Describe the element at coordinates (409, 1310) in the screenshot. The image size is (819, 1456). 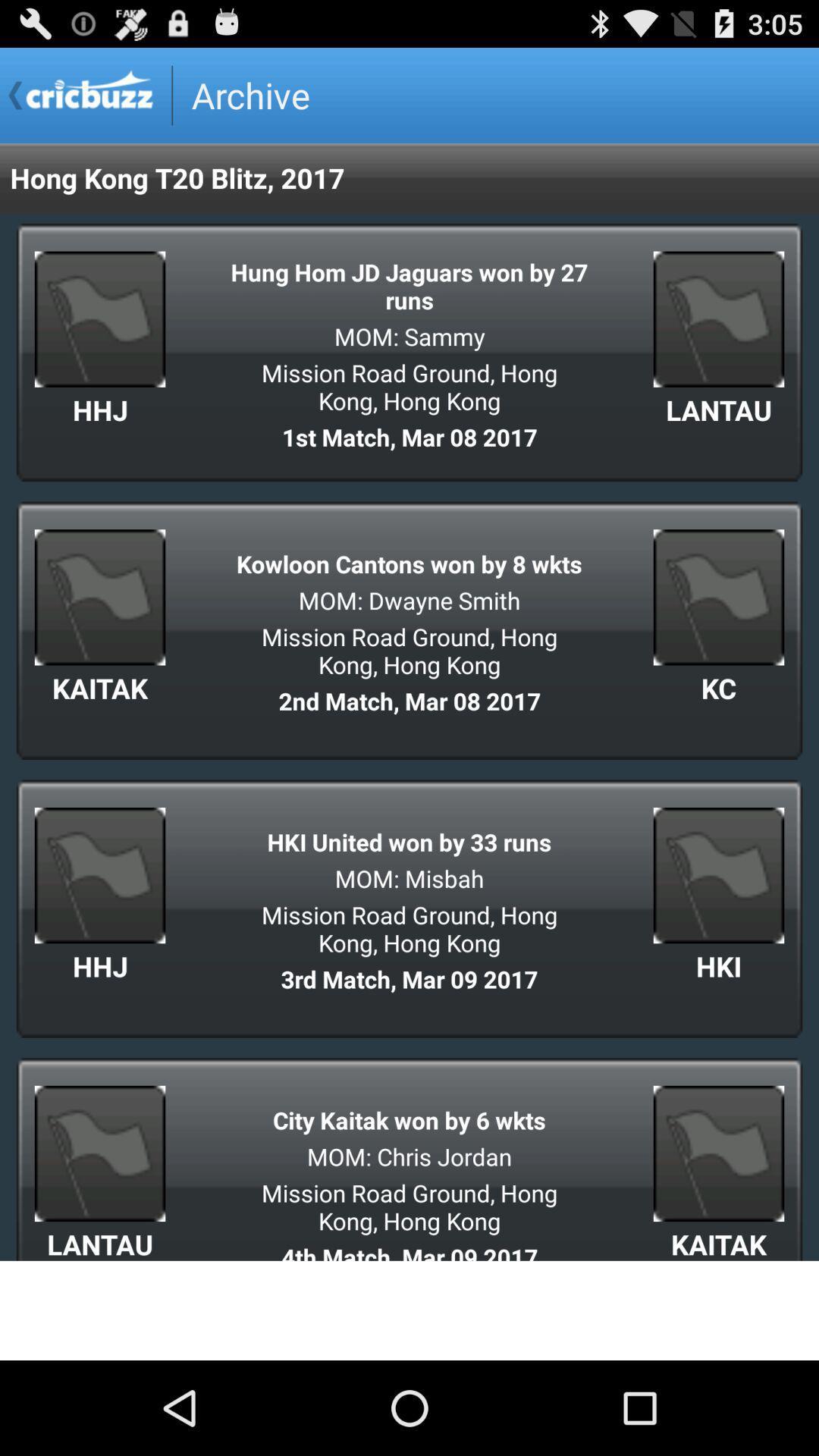
I see `item below lantau item` at that location.